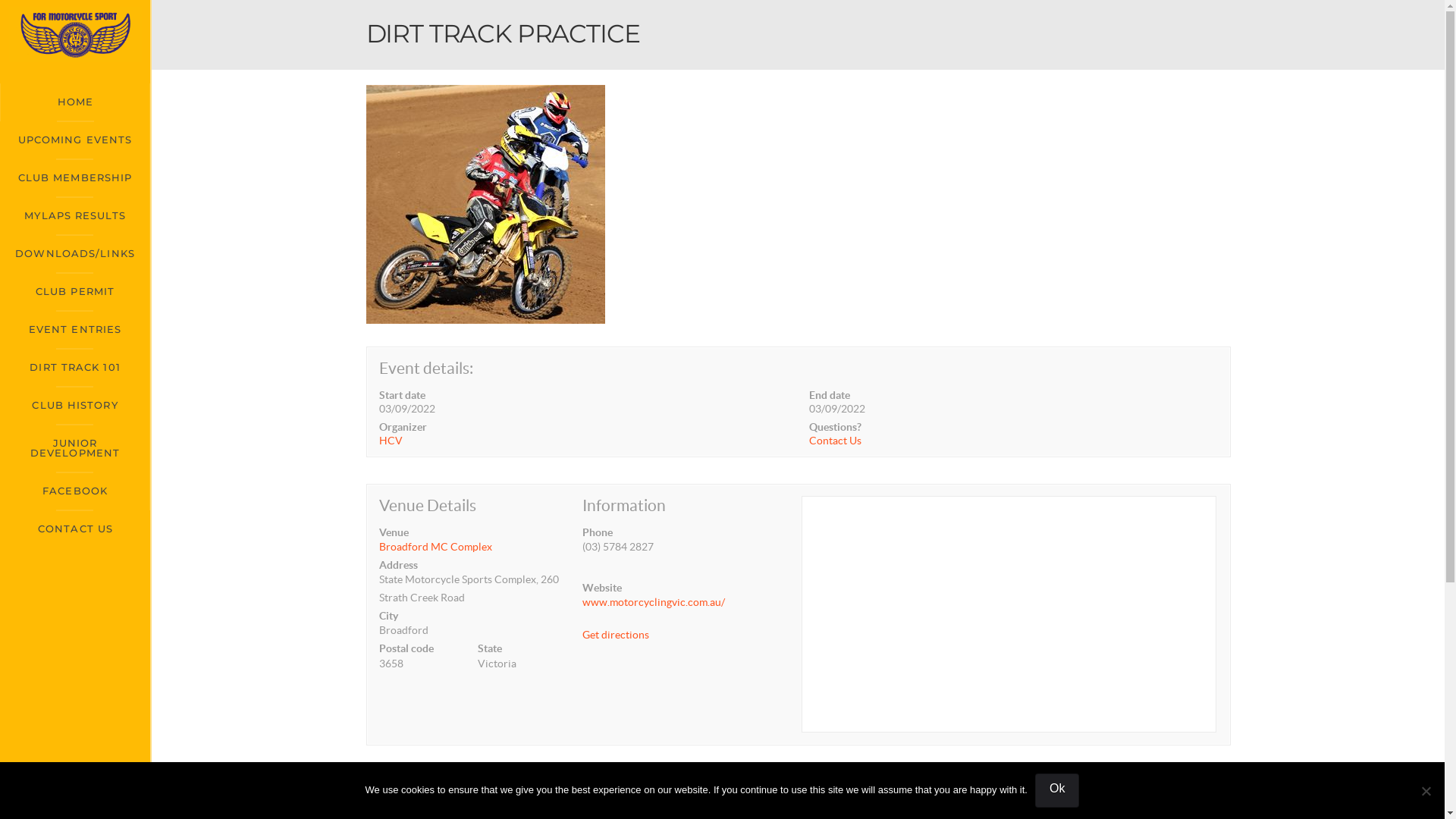 This screenshot has height=819, width=1456. Describe the element at coordinates (0, 102) in the screenshot. I see `'HOME'` at that location.